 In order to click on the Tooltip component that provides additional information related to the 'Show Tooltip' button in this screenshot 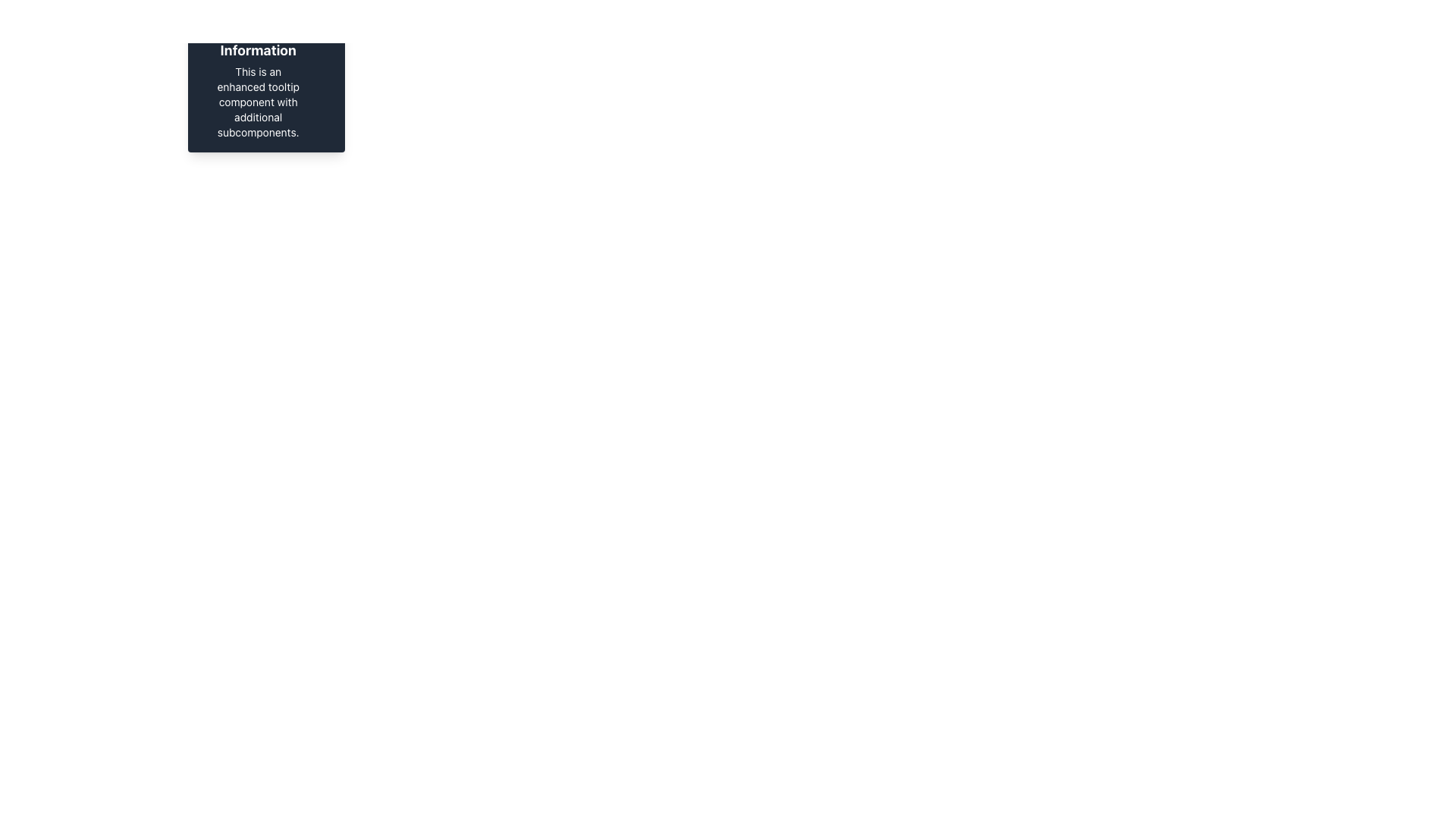, I will do `click(266, 79)`.